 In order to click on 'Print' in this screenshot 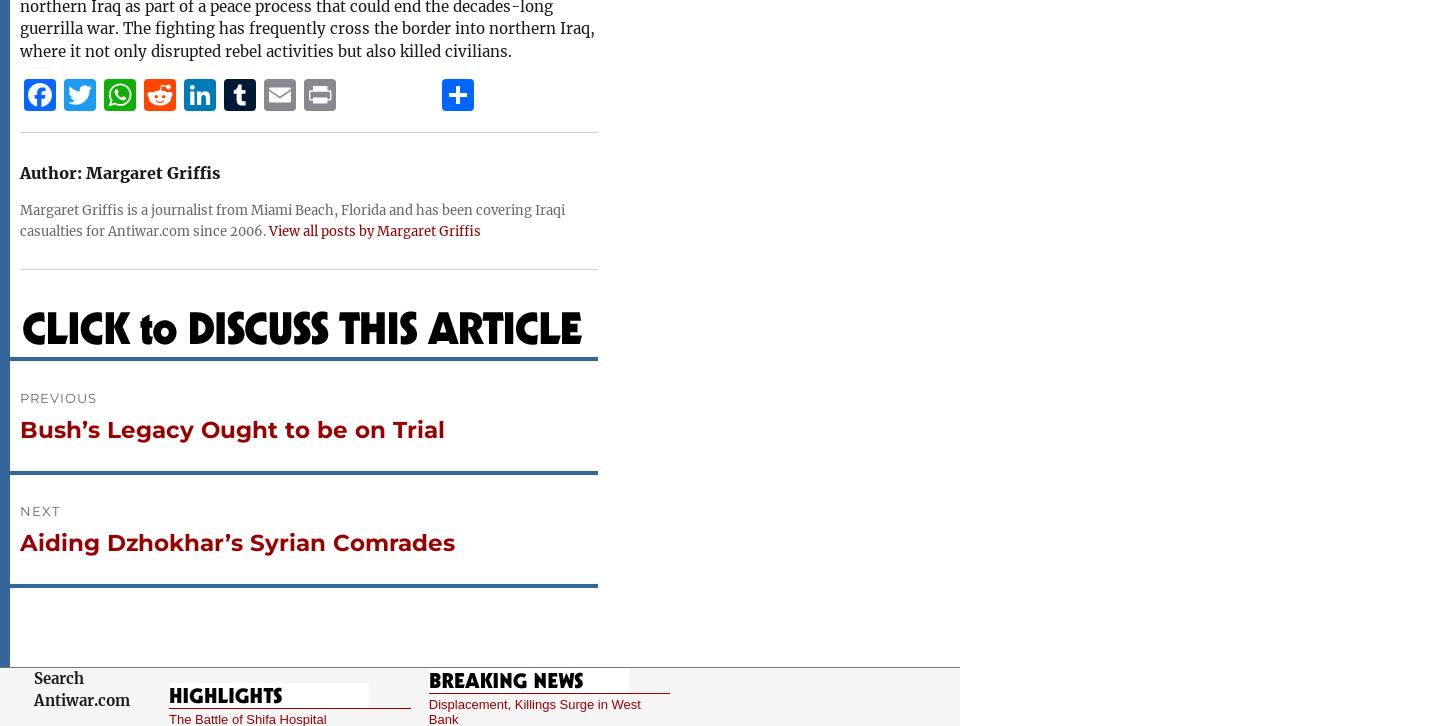, I will do `click(335, 143)`.